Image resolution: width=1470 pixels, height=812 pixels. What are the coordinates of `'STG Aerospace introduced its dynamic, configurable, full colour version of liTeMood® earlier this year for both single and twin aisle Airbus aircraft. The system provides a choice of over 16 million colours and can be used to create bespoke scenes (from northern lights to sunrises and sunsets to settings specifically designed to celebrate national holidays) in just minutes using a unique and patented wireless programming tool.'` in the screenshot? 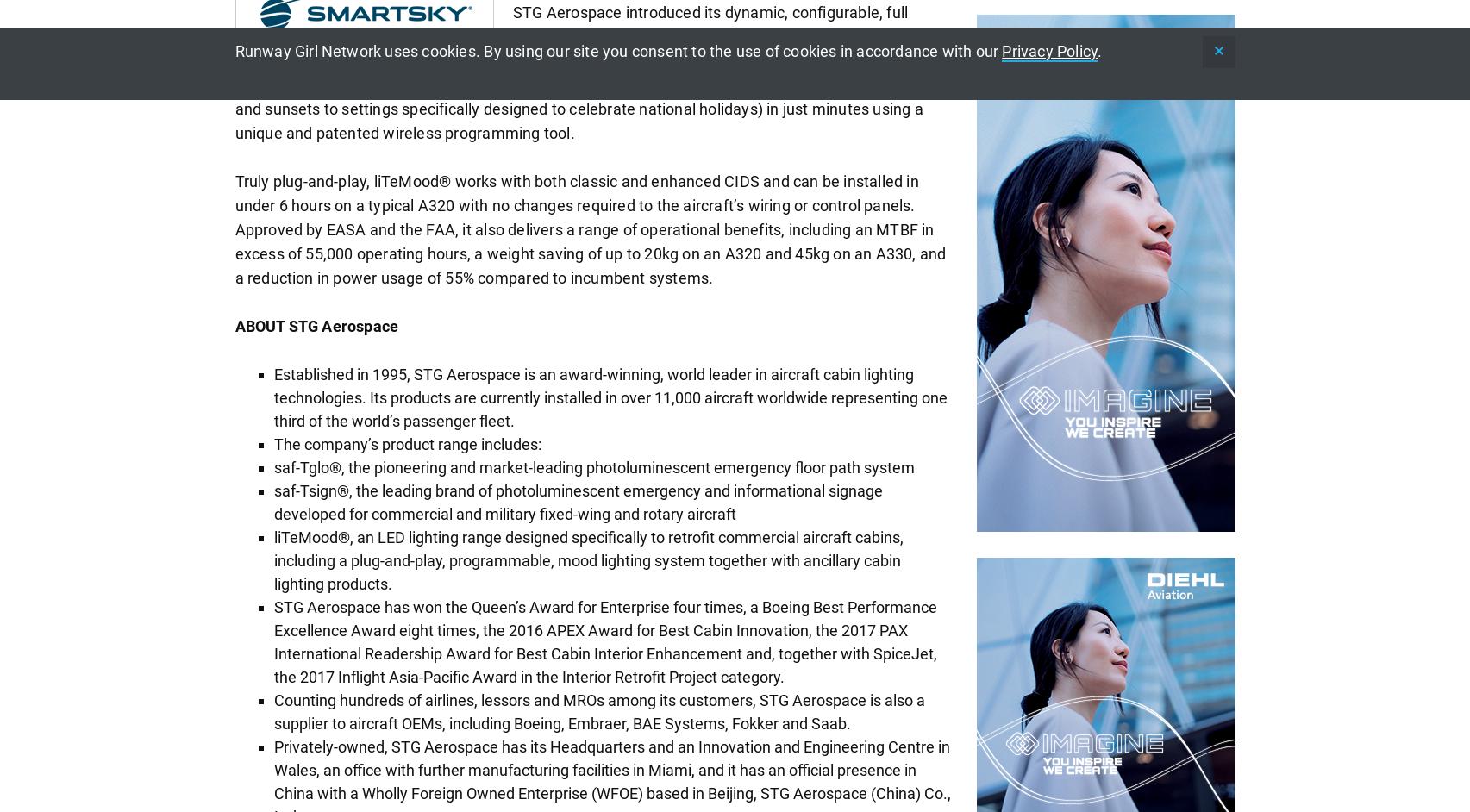 It's located at (590, 72).